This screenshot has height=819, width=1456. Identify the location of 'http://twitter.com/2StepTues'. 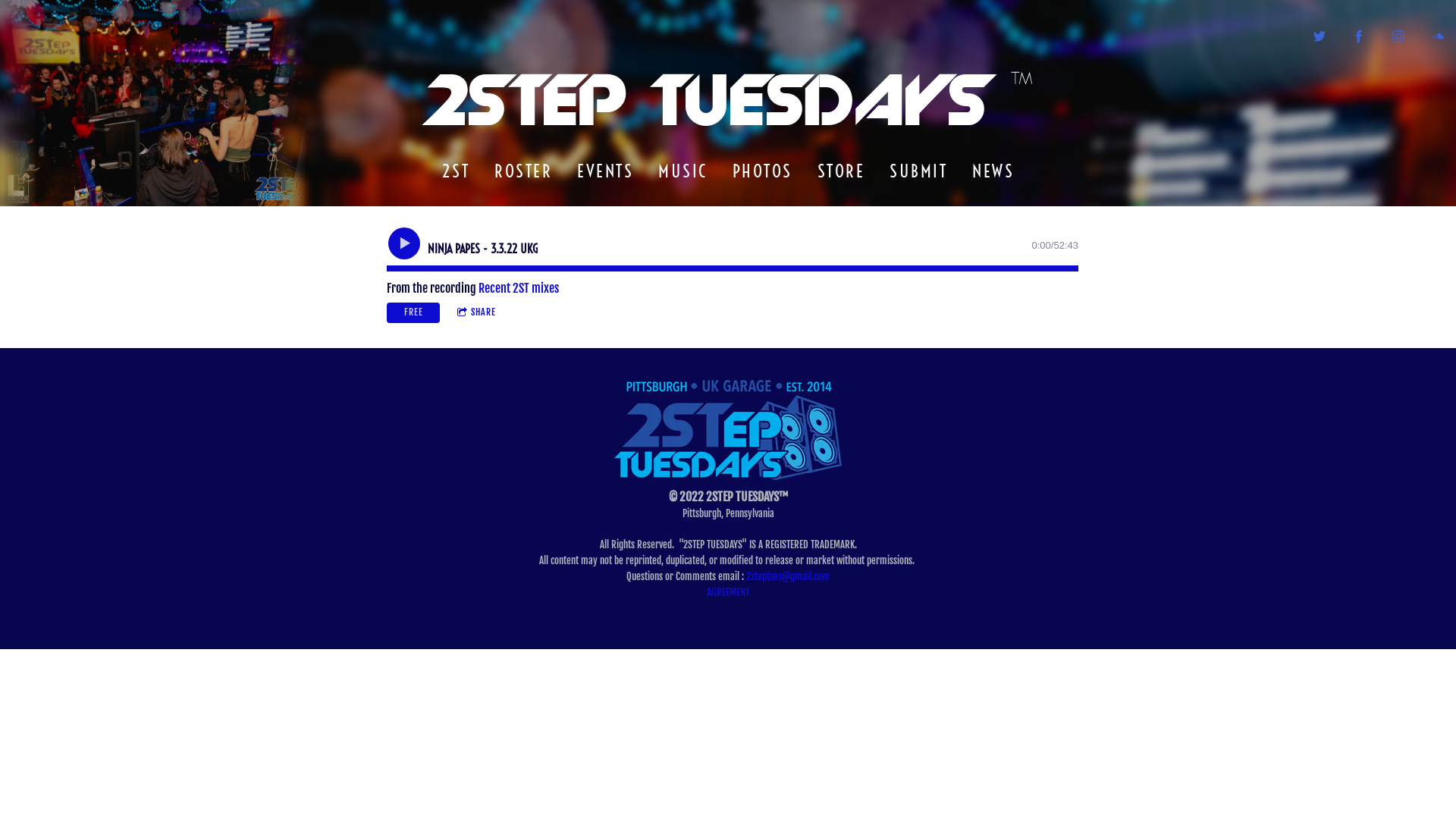
(1313, 35).